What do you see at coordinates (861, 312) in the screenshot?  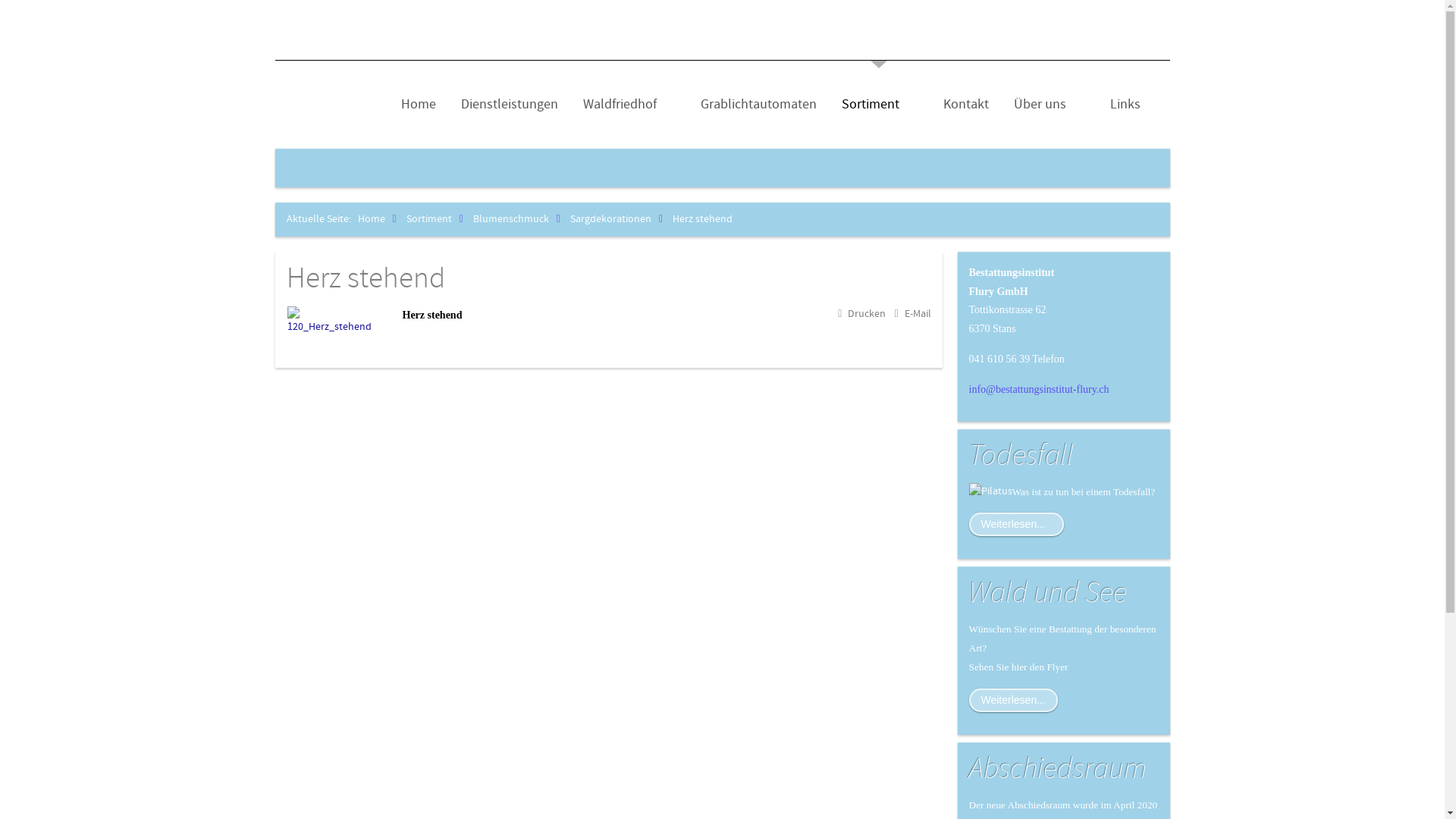 I see `'Drucken'` at bounding box center [861, 312].